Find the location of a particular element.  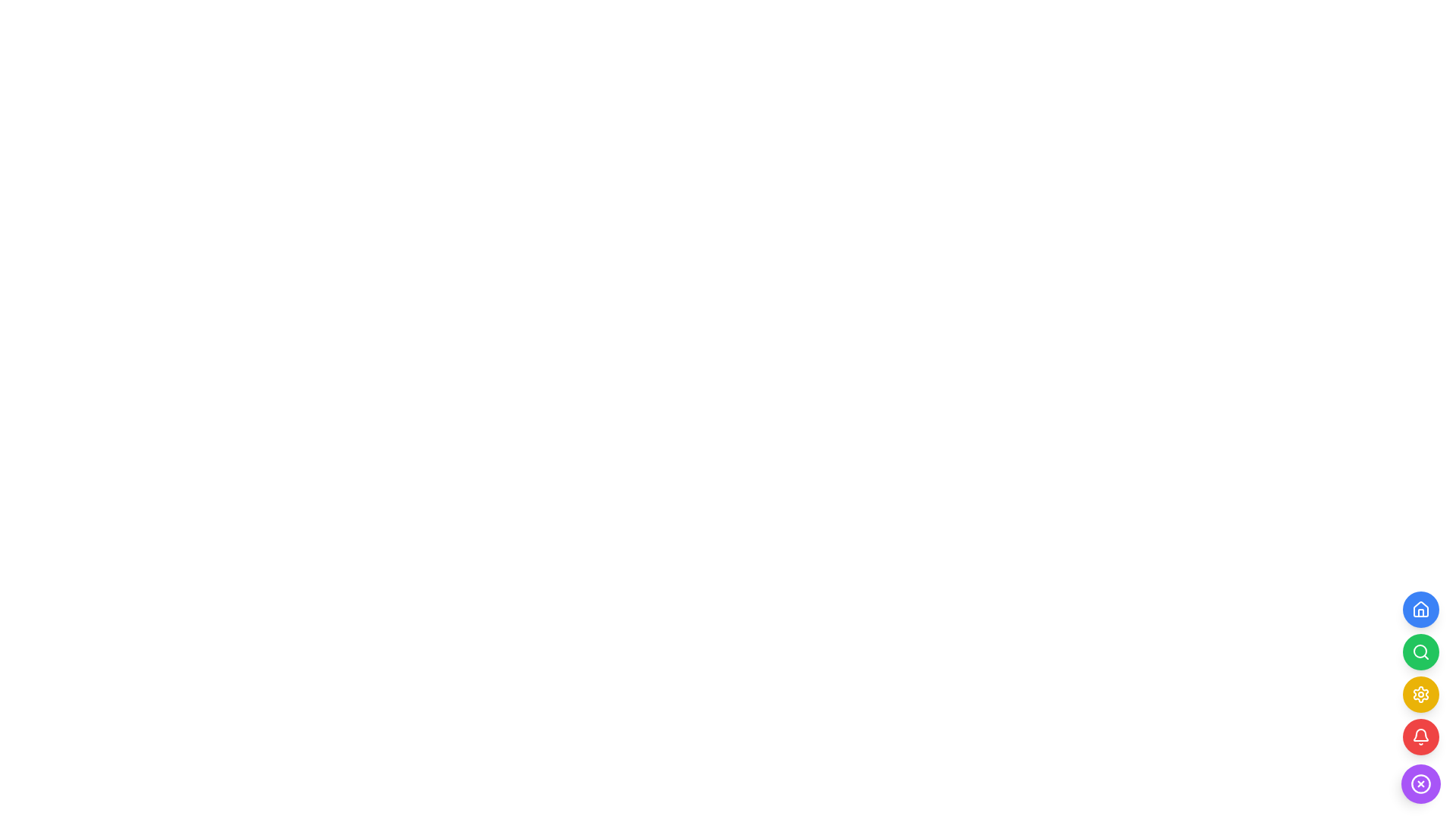

the circular green button with a magnifying glass icon is located at coordinates (1420, 651).